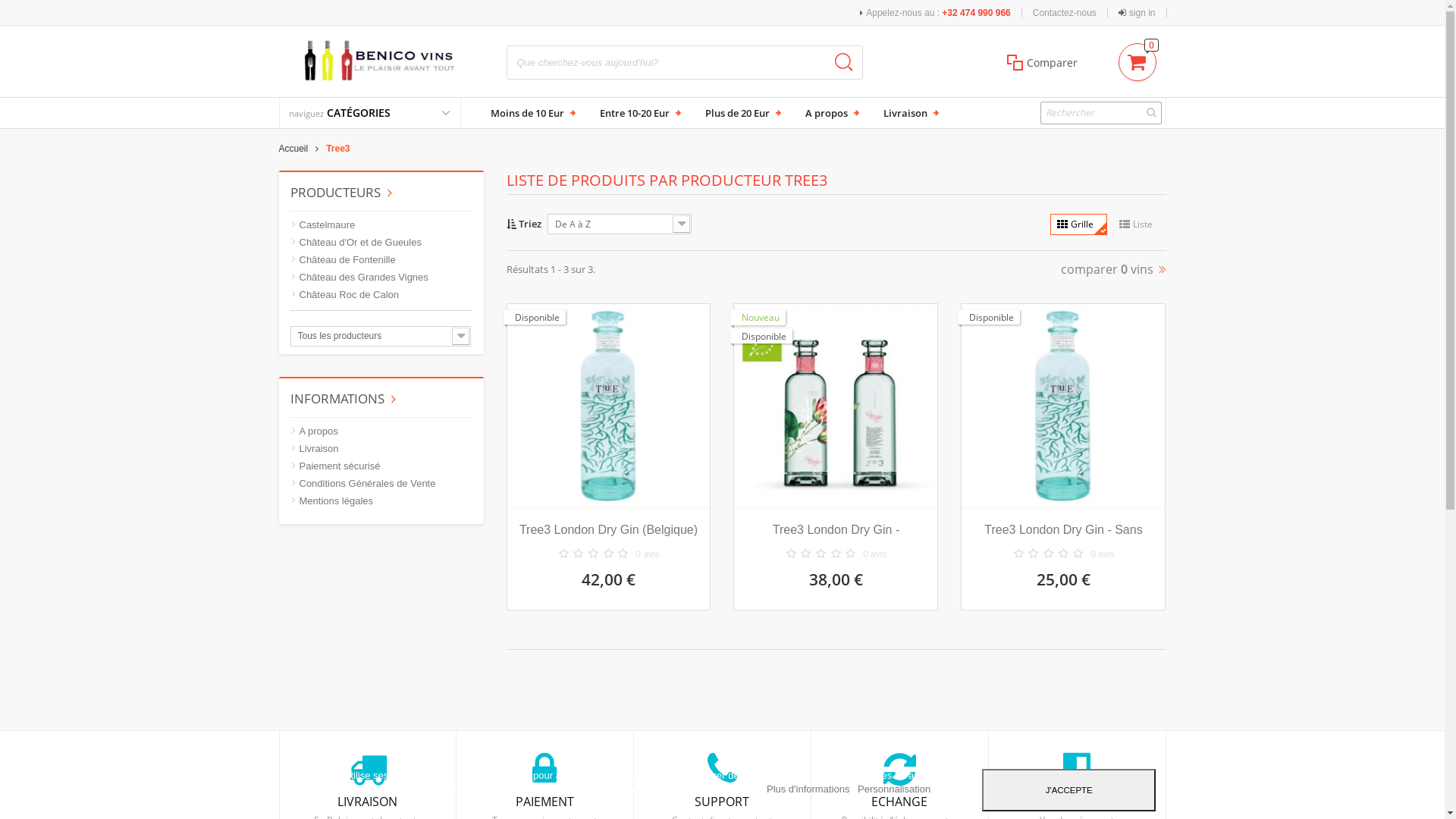 Image resolution: width=1456 pixels, height=819 pixels. Describe the element at coordinates (592, 112) in the screenshot. I see `'Entre 10-20 Eur'` at that location.